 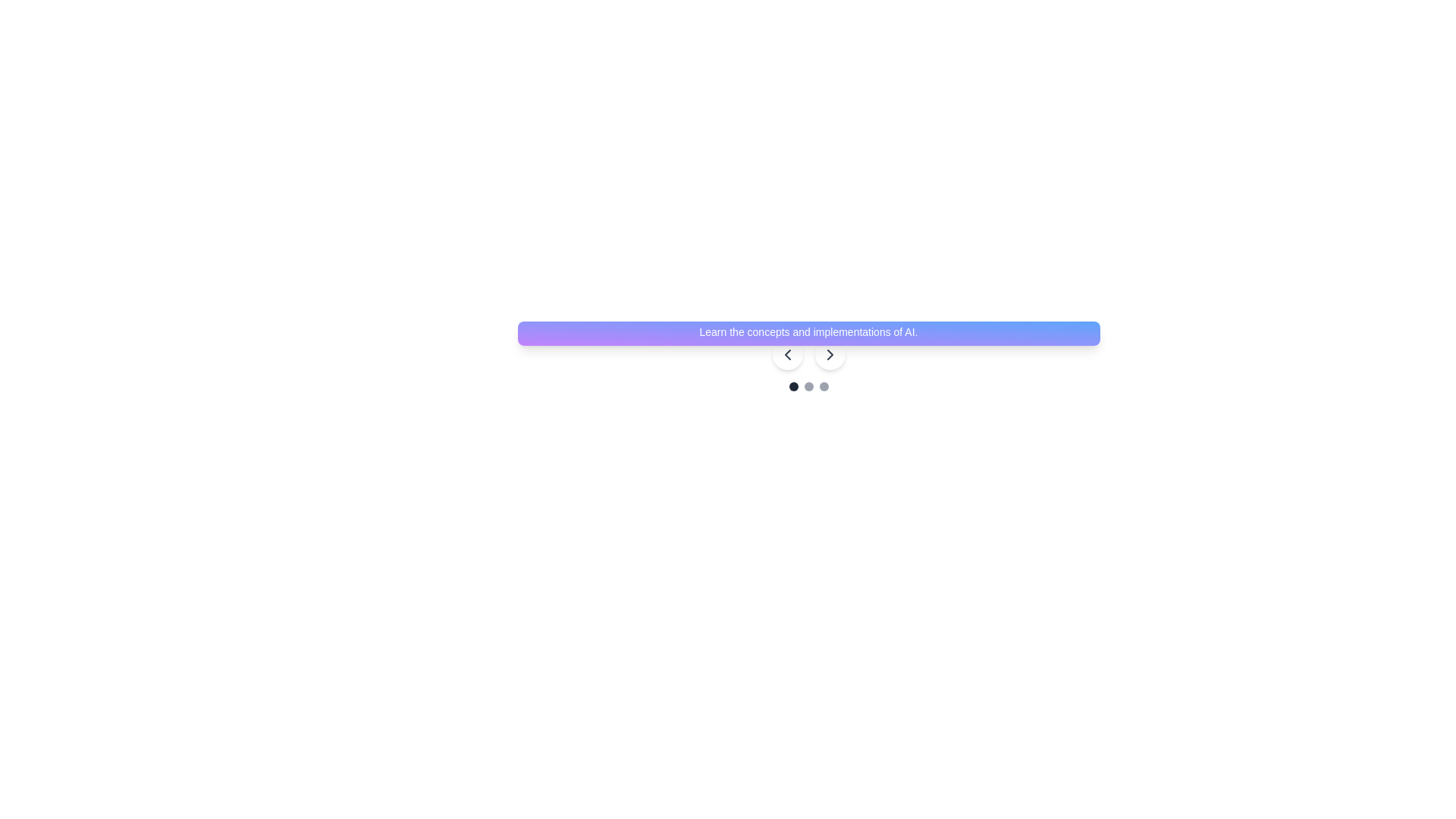 I want to click on the leftward-pointing chevron navigational button that is part of the navigation control, located at the left side of a group of navigation buttons near the center of the UI layout, so click(x=787, y=354).